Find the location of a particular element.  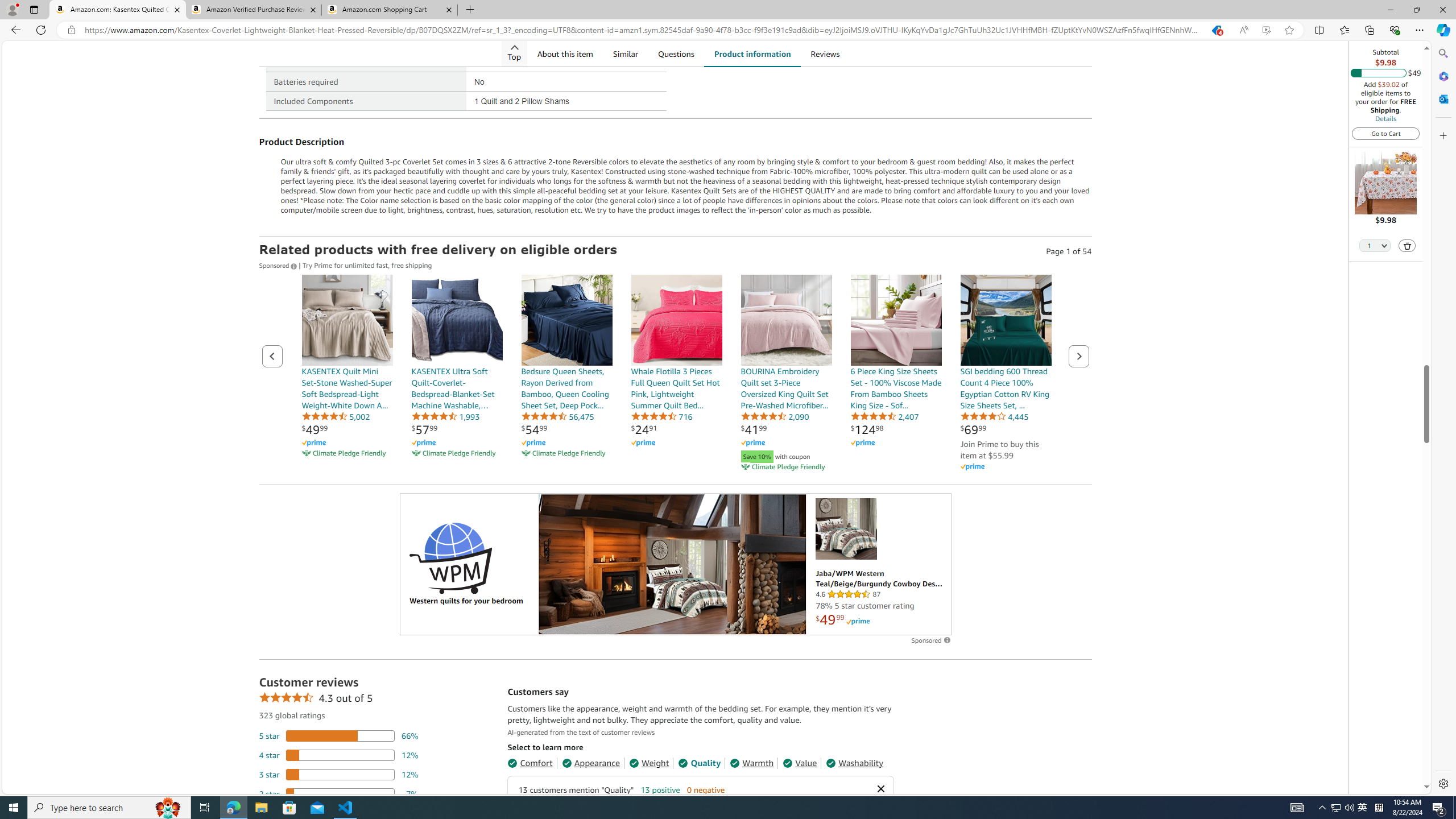

'$69.99' is located at coordinates (973, 429).